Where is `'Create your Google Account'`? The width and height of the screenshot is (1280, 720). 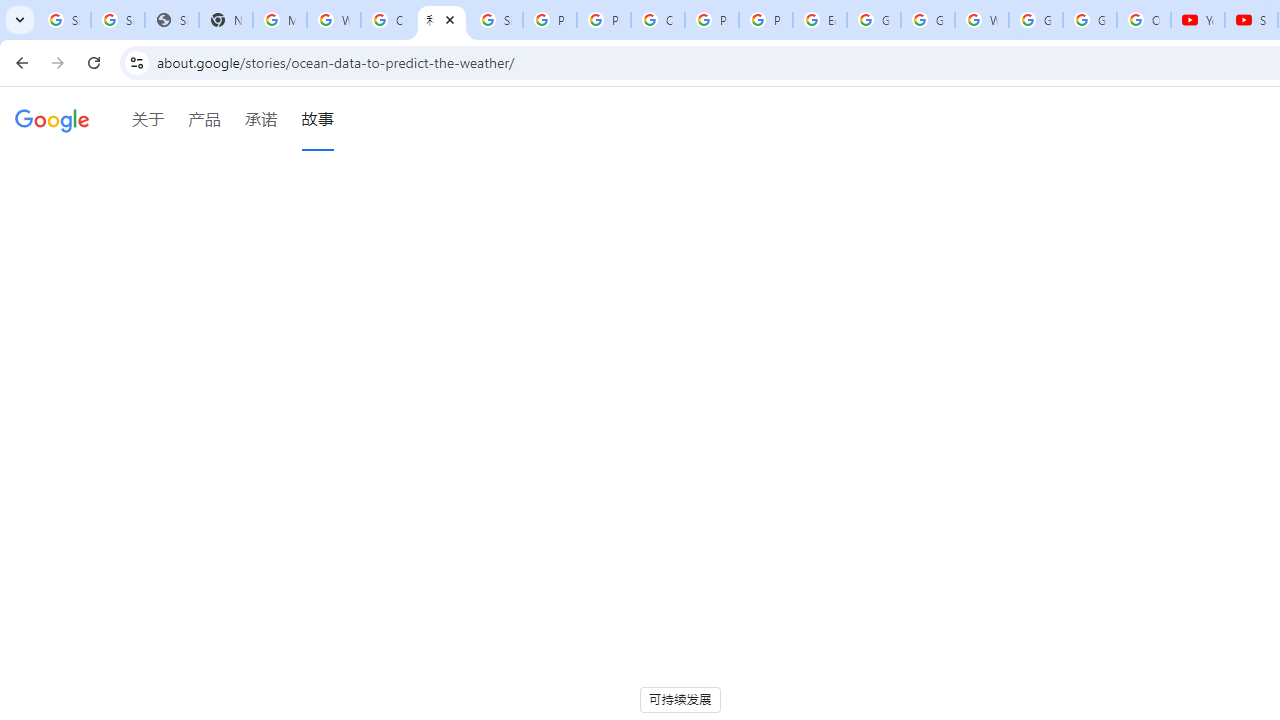 'Create your Google Account' is located at coordinates (387, 20).